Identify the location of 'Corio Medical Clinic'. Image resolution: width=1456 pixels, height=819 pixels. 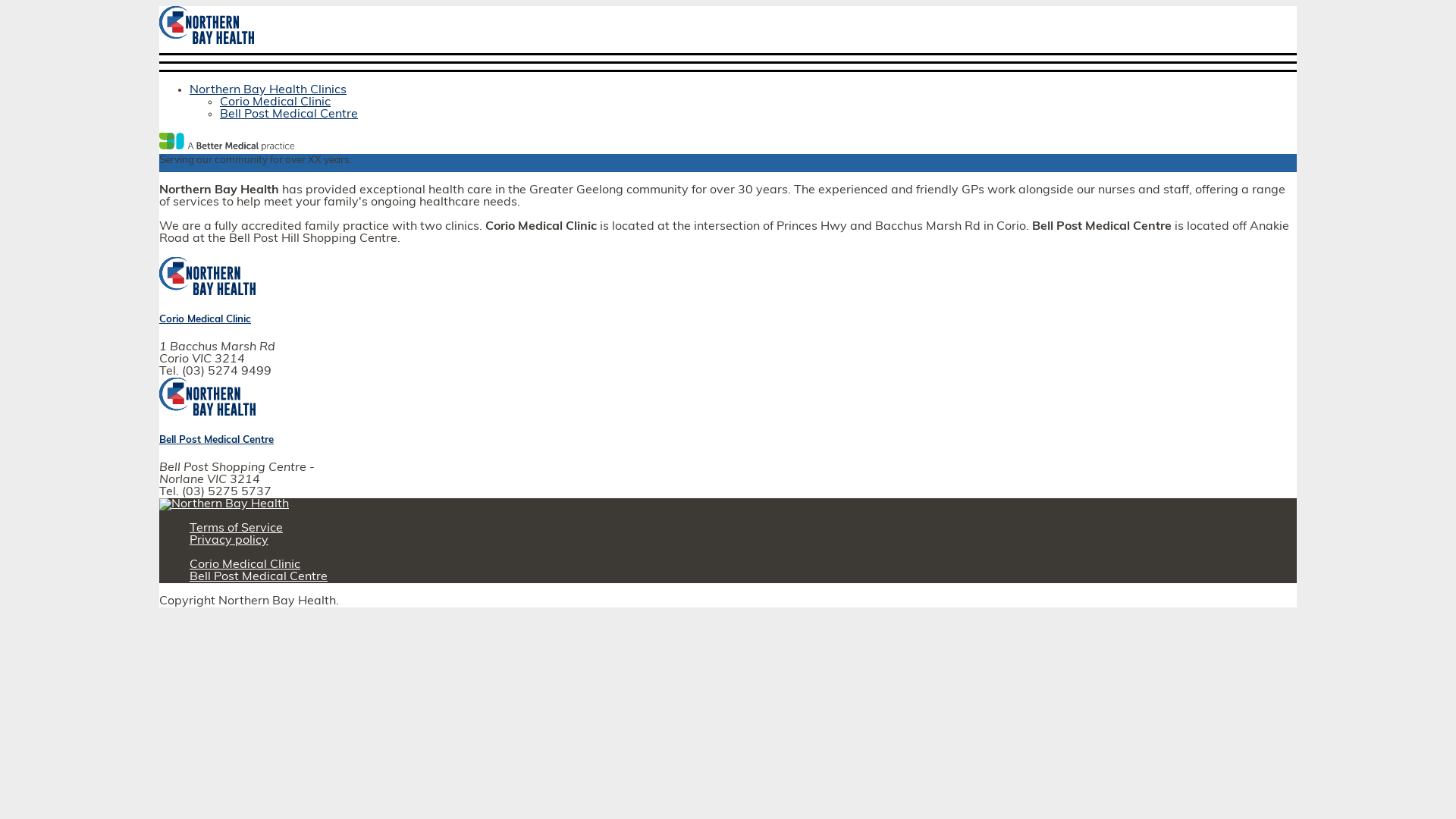
(188, 564).